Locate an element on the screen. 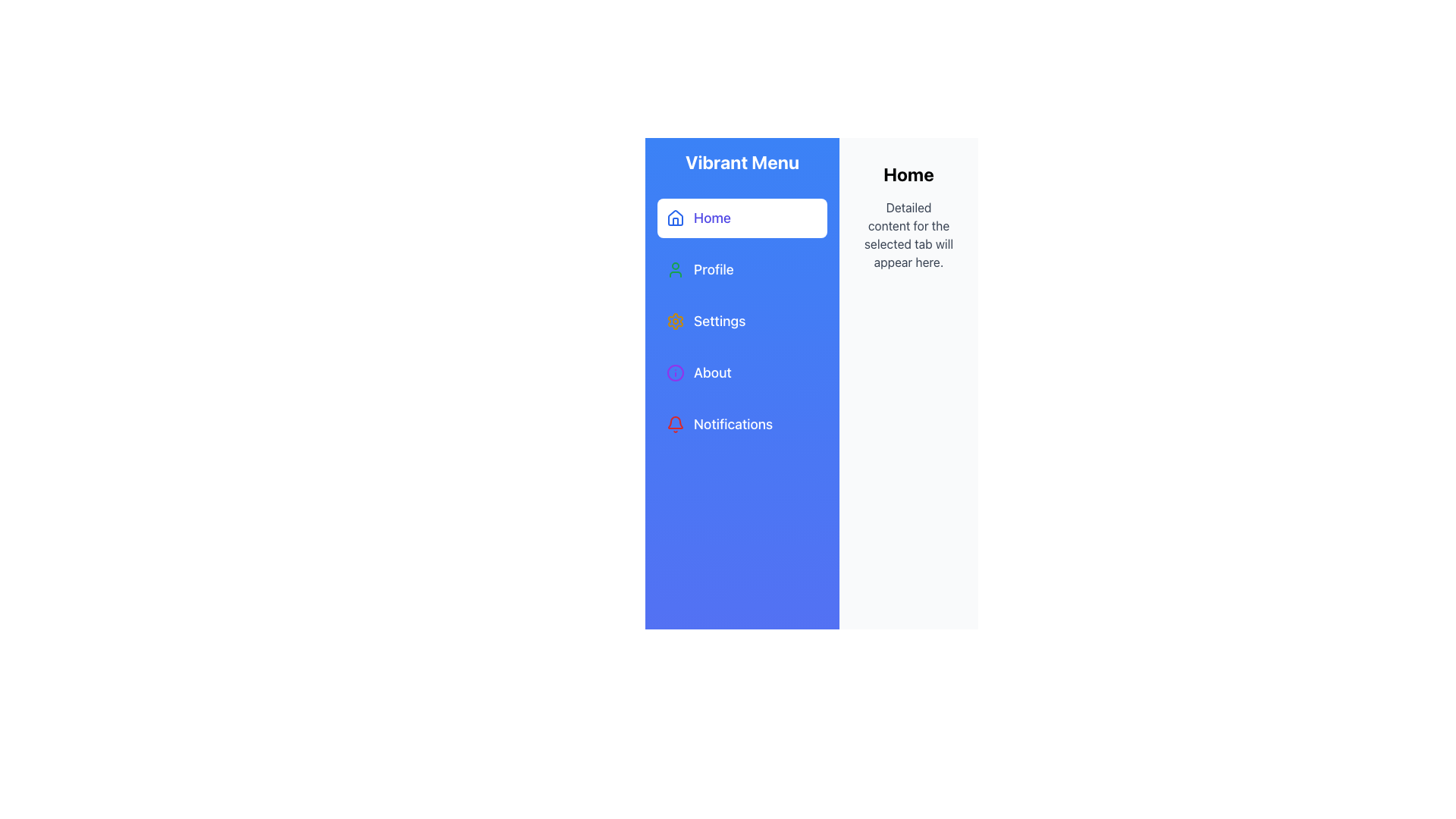 Image resolution: width=1456 pixels, height=819 pixels. the 'Notifications' button located at the bottom of the vertical navigation menu is located at coordinates (742, 424).